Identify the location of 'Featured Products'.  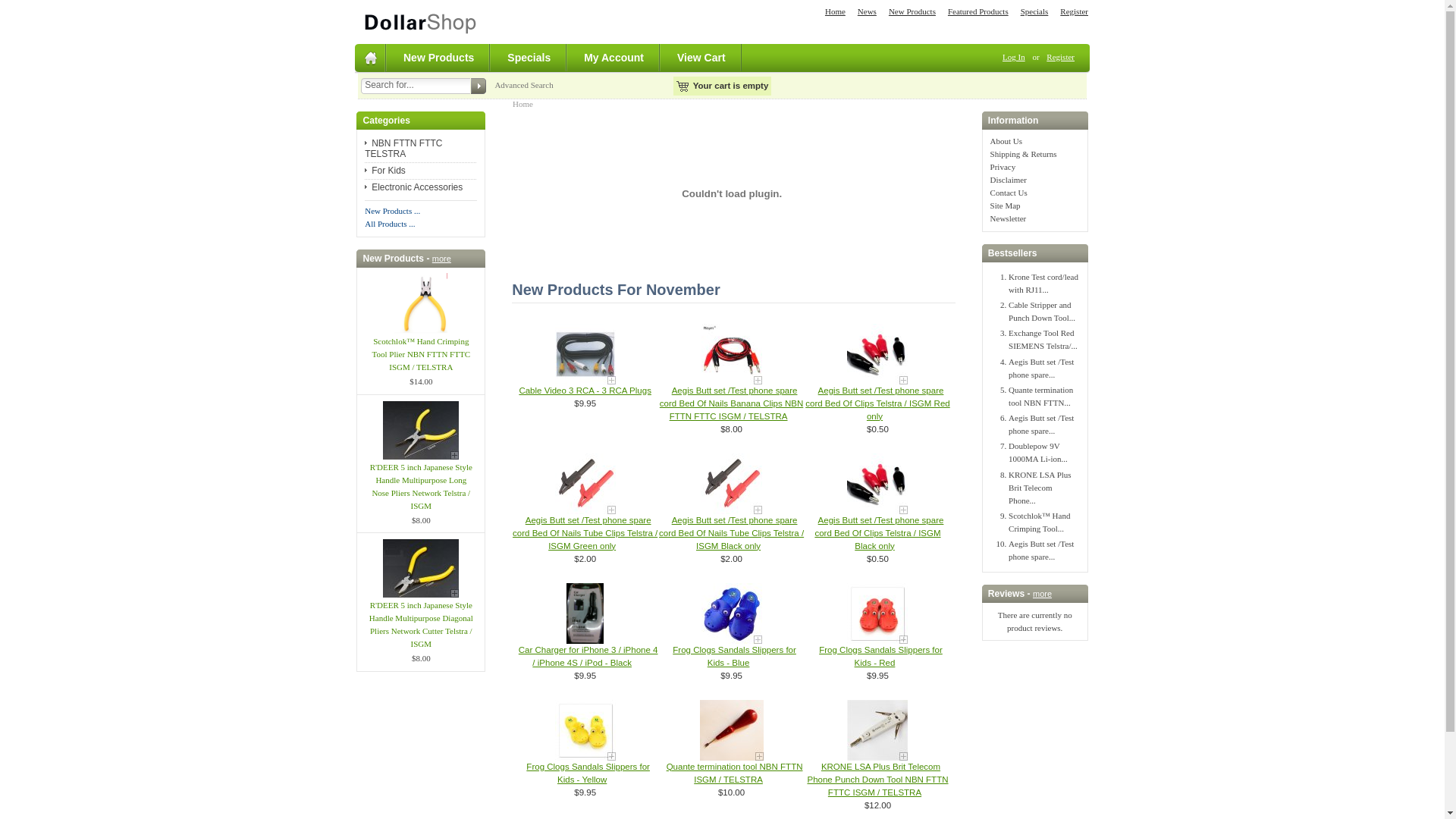
(978, 11).